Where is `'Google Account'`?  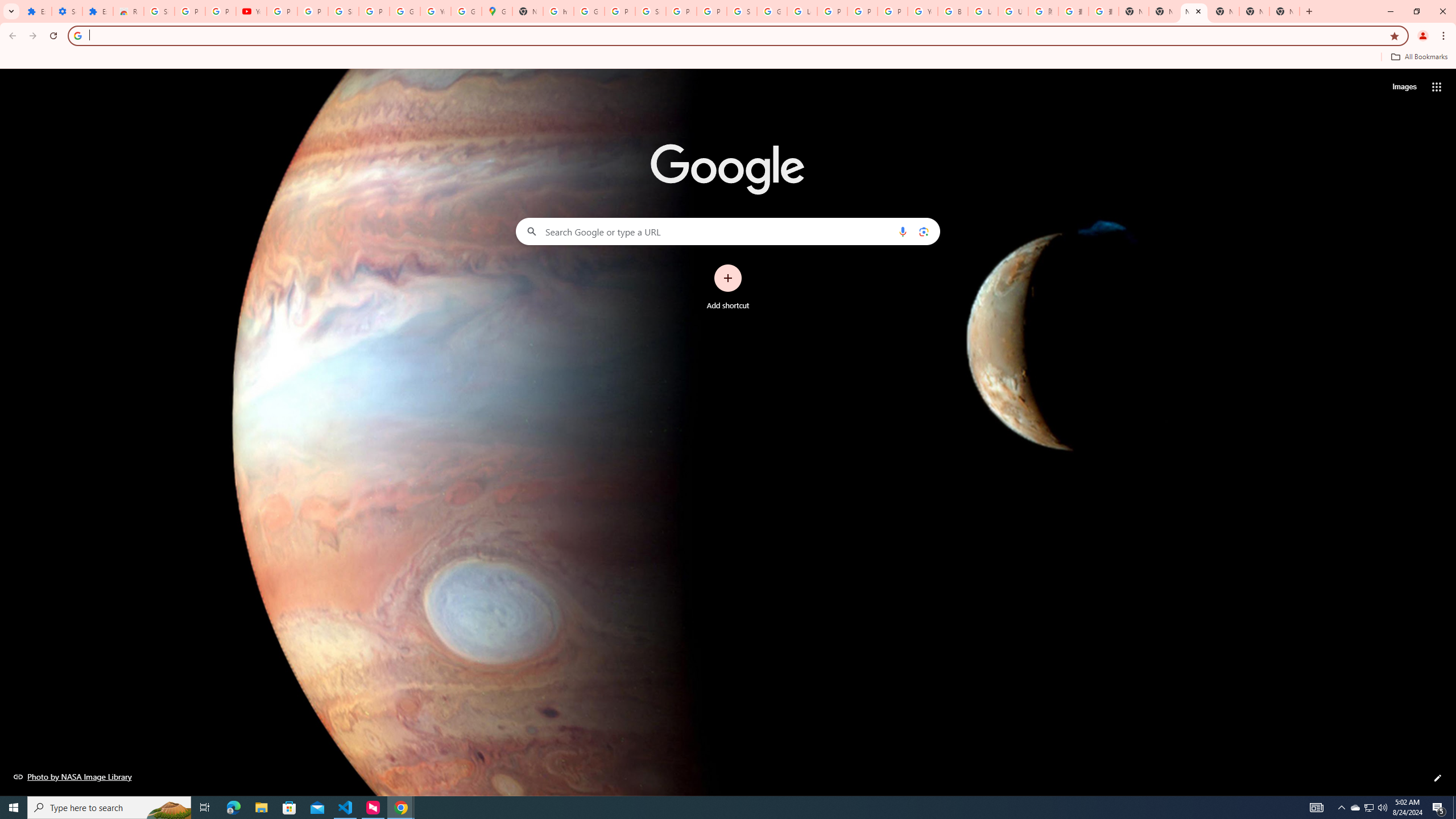 'Google Account' is located at coordinates (404, 11).